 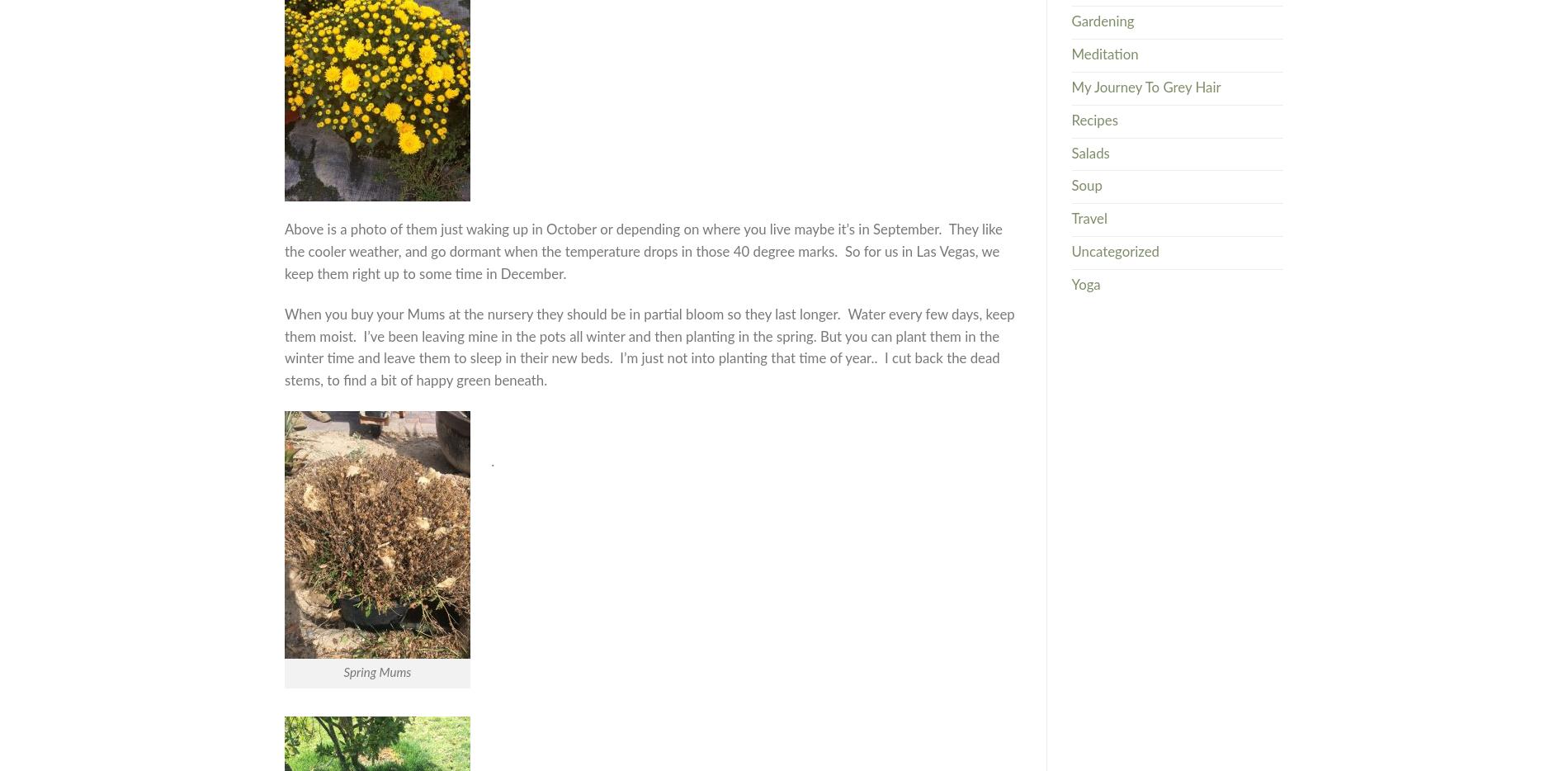 I want to click on 'Meditation', so click(x=1103, y=54).